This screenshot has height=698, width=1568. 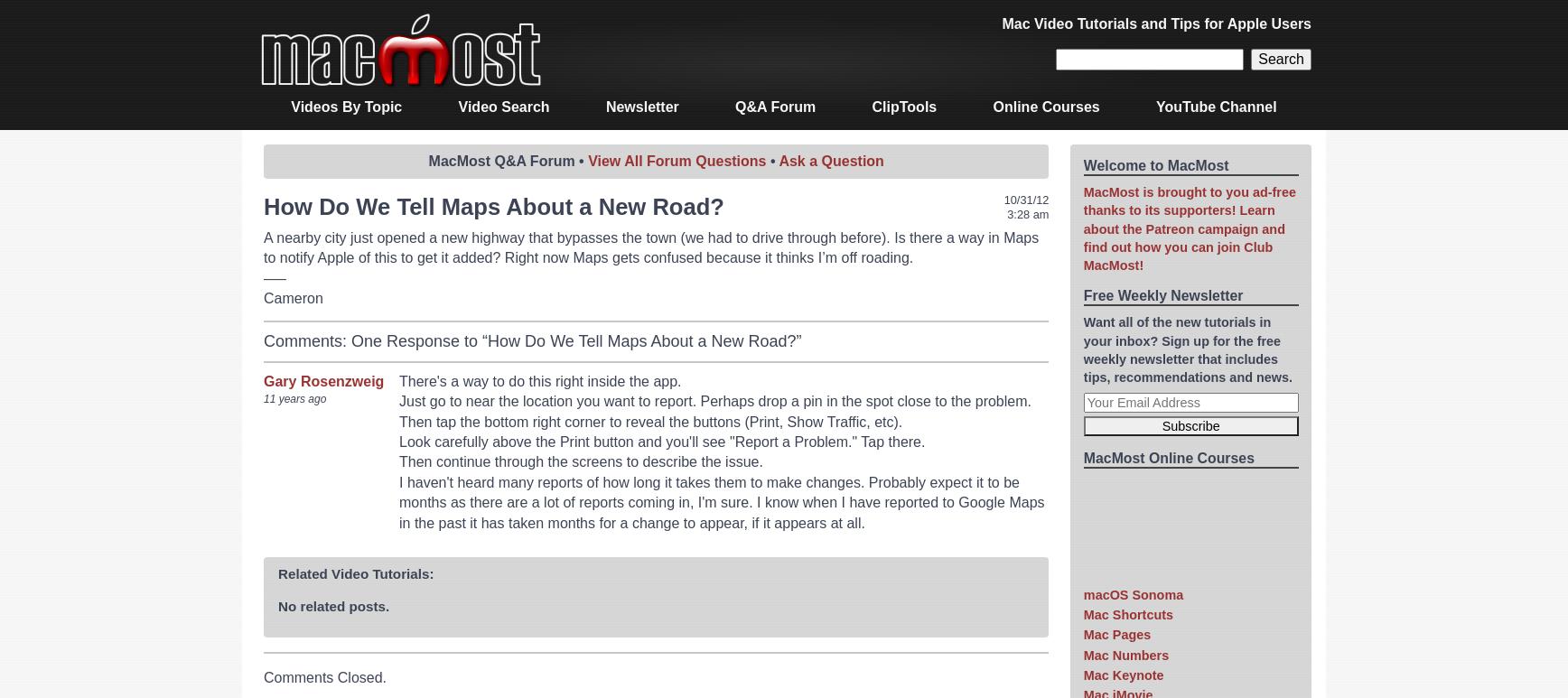 What do you see at coordinates (398, 461) in the screenshot?
I see `'Then continue through the screens to describe the issue.'` at bounding box center [398, 461].